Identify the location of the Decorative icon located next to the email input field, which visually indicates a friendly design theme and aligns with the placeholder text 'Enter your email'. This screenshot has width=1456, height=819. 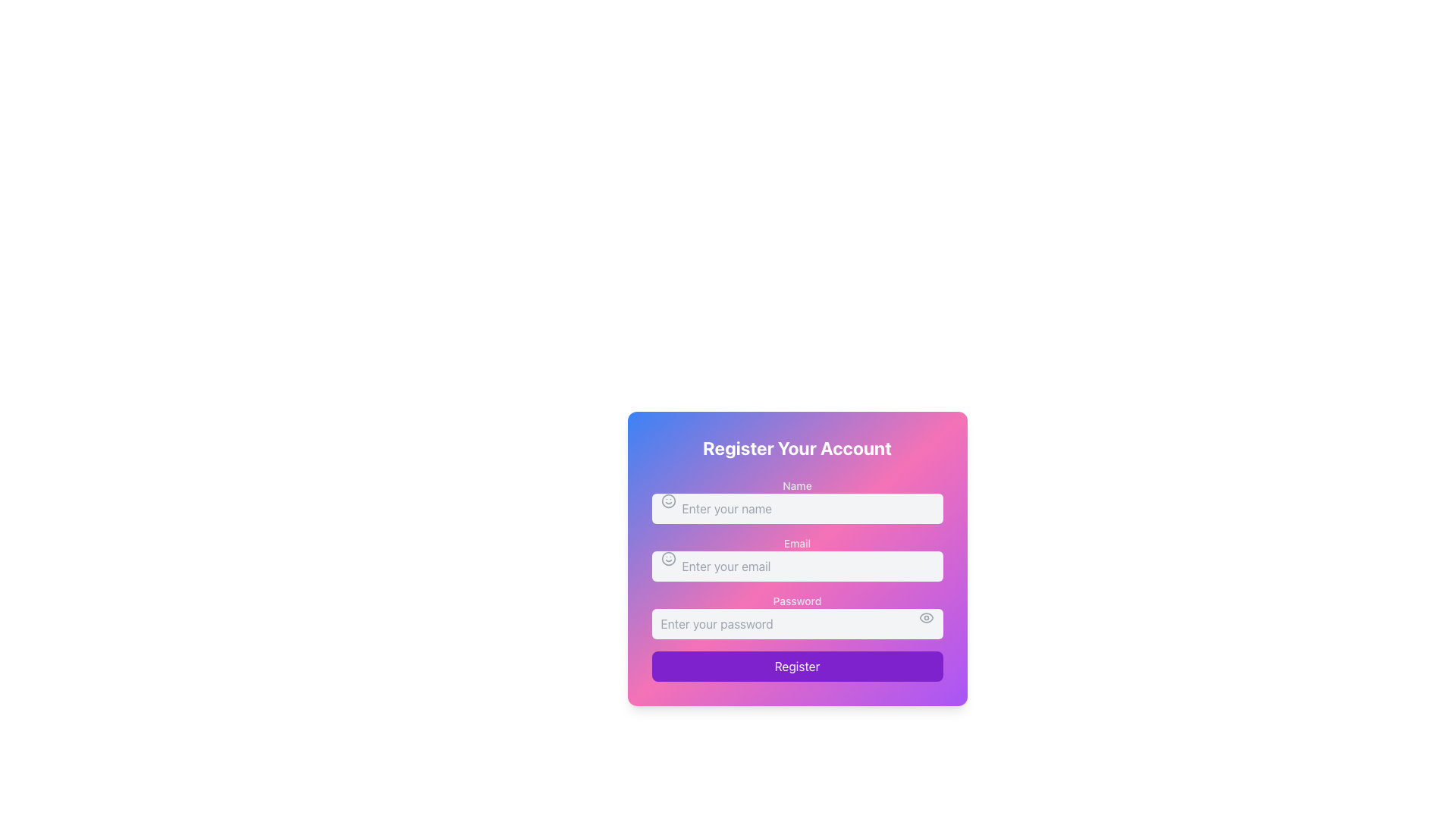
(667, 558).